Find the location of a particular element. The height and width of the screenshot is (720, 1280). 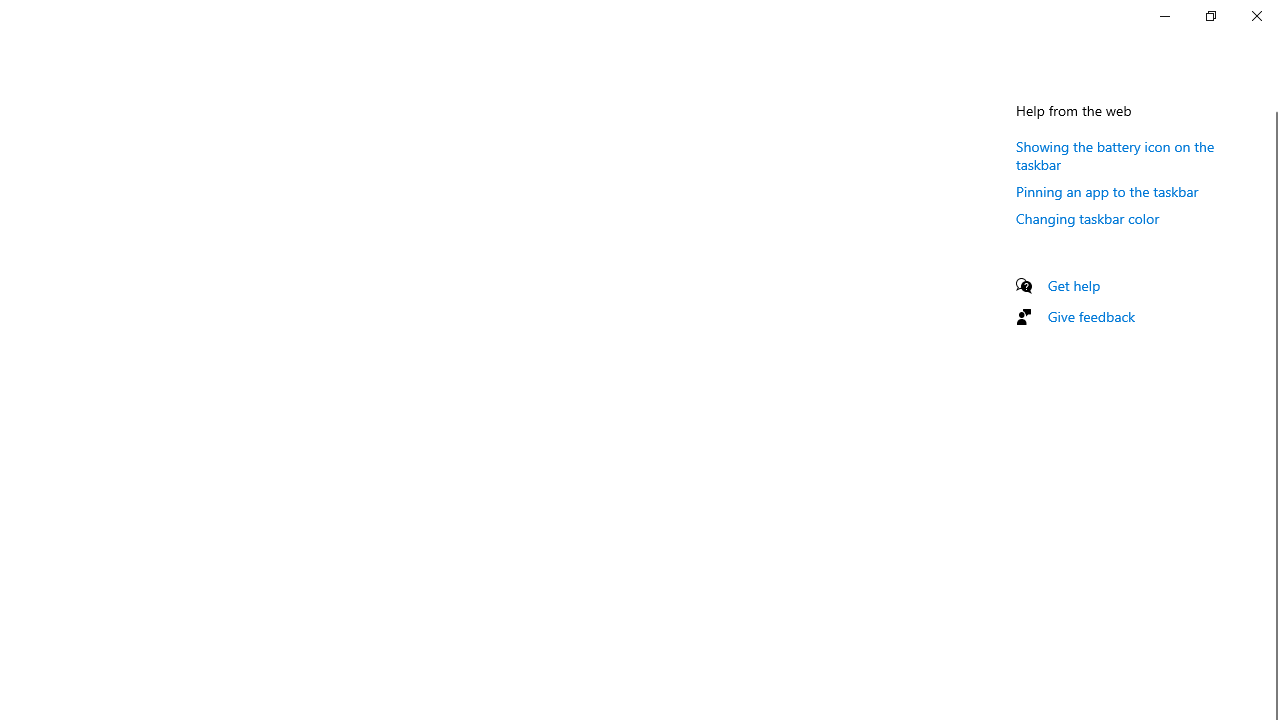

'Restore Settings' is located at coordinates (1209, 15).